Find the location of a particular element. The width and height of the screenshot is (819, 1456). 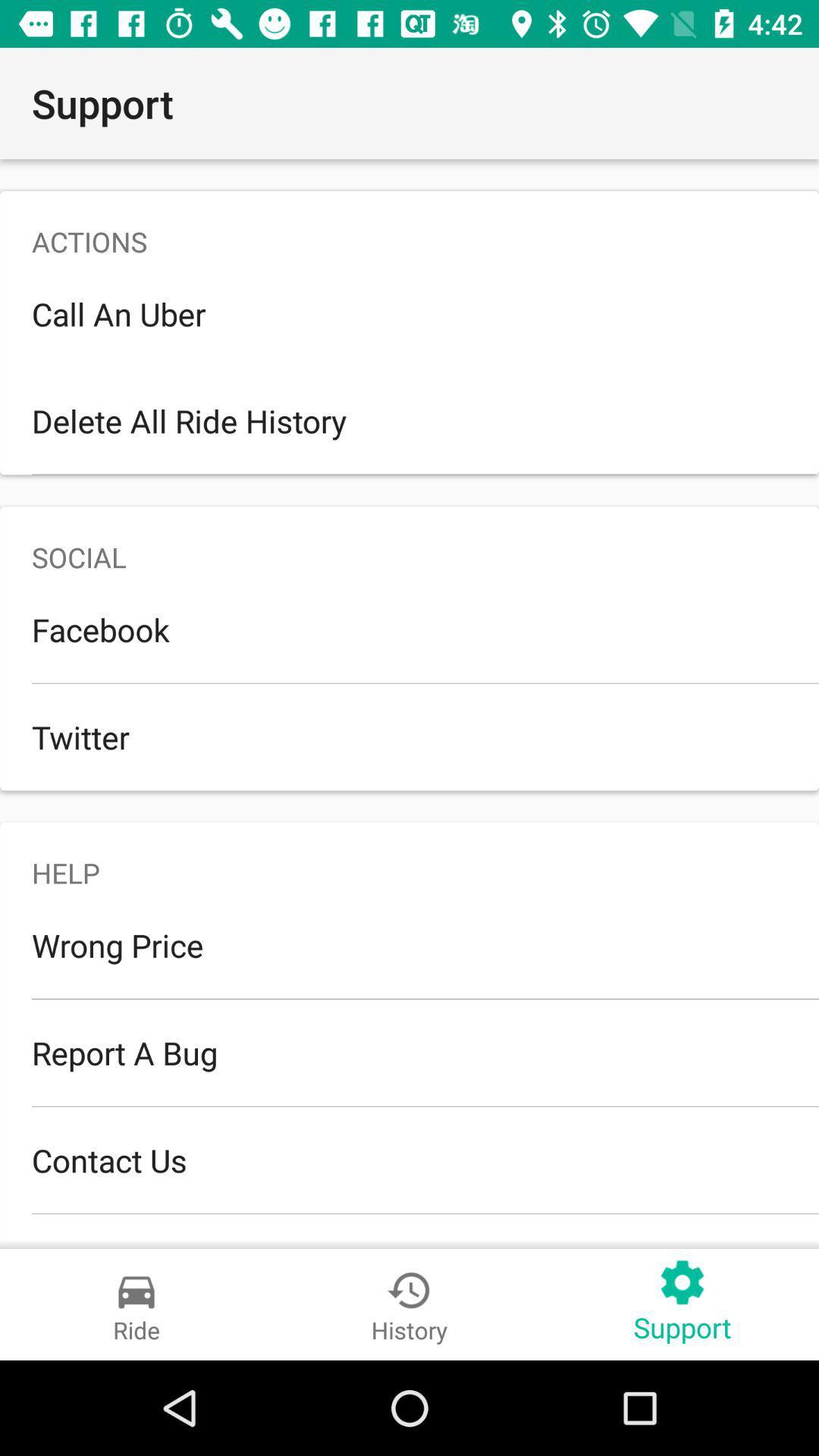

item below the social is located at coordinates (409, 629).